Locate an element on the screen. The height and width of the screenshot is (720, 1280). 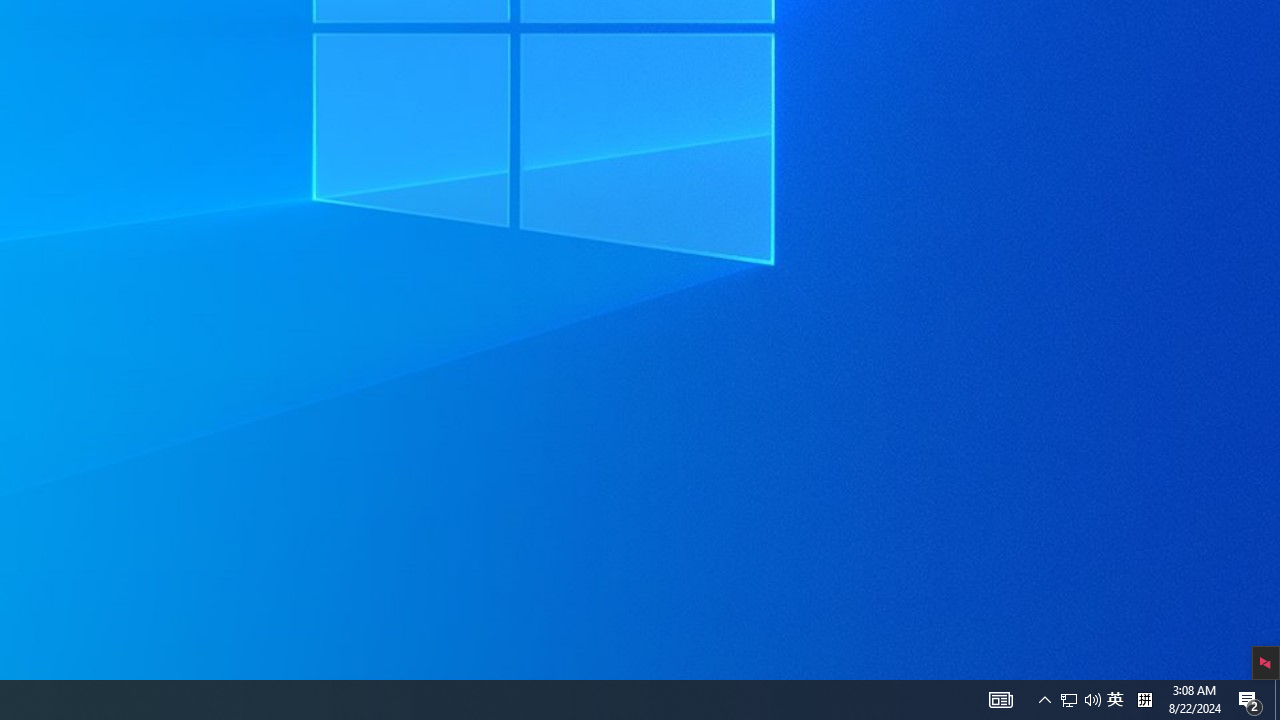
'Q2790: 100%' is located at coordinates (1092, 698).